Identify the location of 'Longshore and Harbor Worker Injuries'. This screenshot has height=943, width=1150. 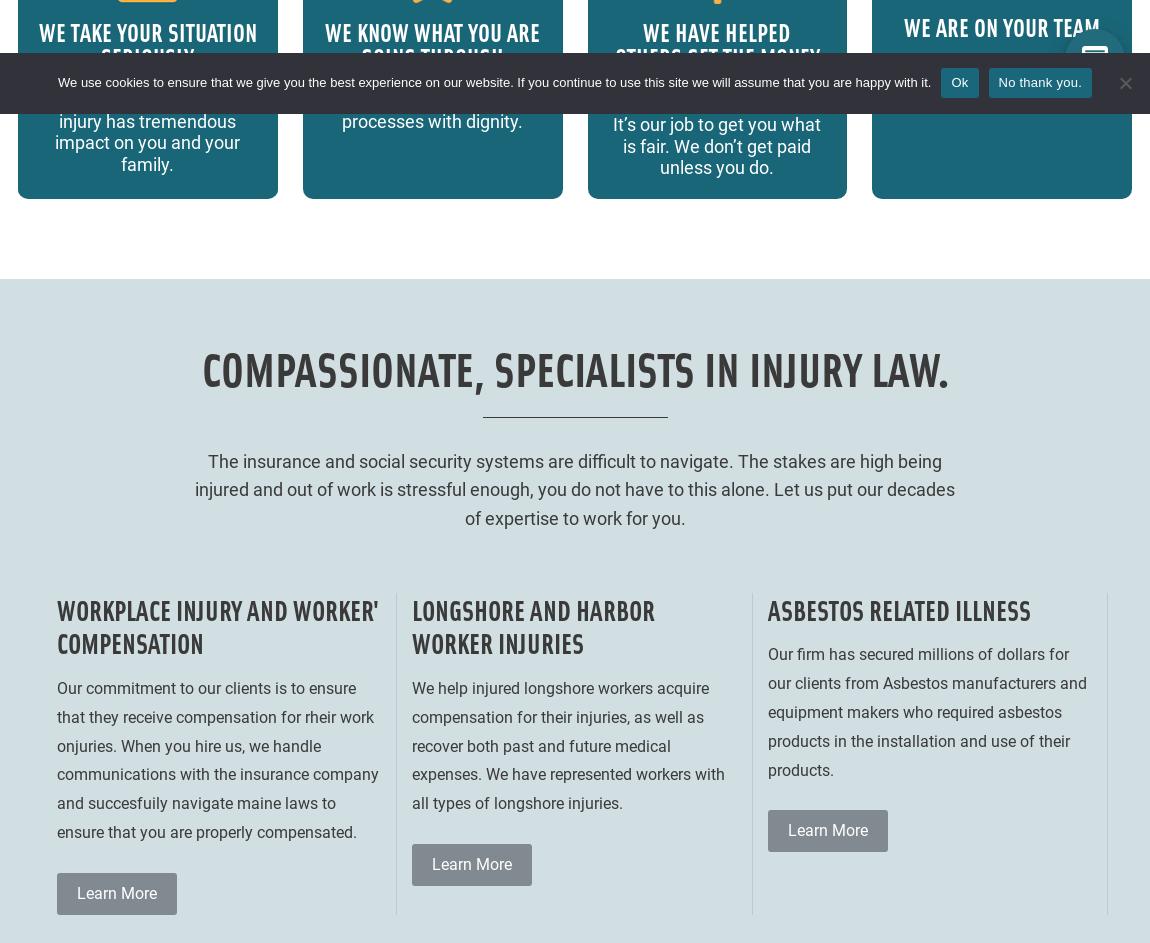
(533, 624).